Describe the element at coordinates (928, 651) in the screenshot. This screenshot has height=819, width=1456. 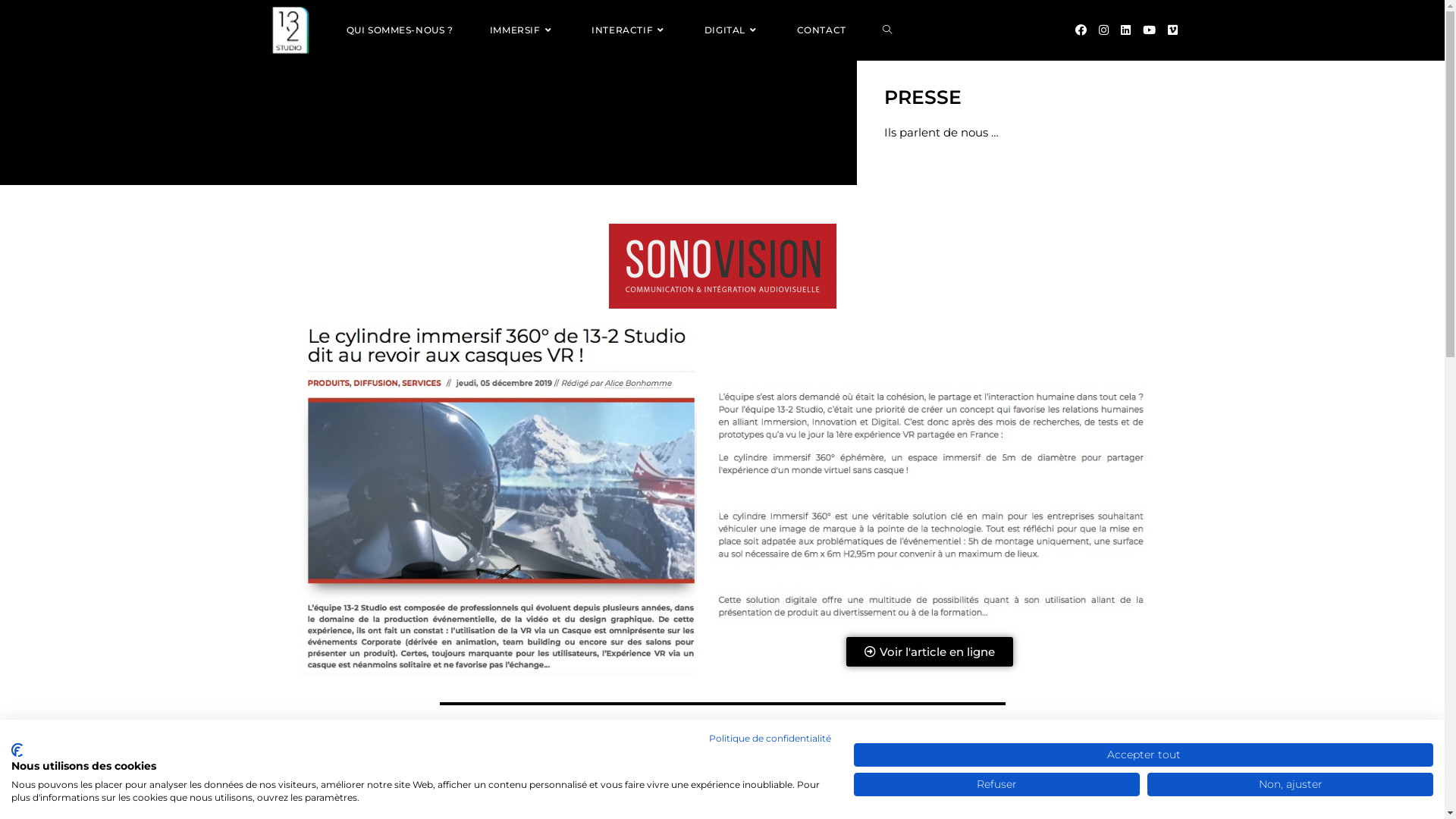
I see `'Voir l'article en ligne'` at that location.